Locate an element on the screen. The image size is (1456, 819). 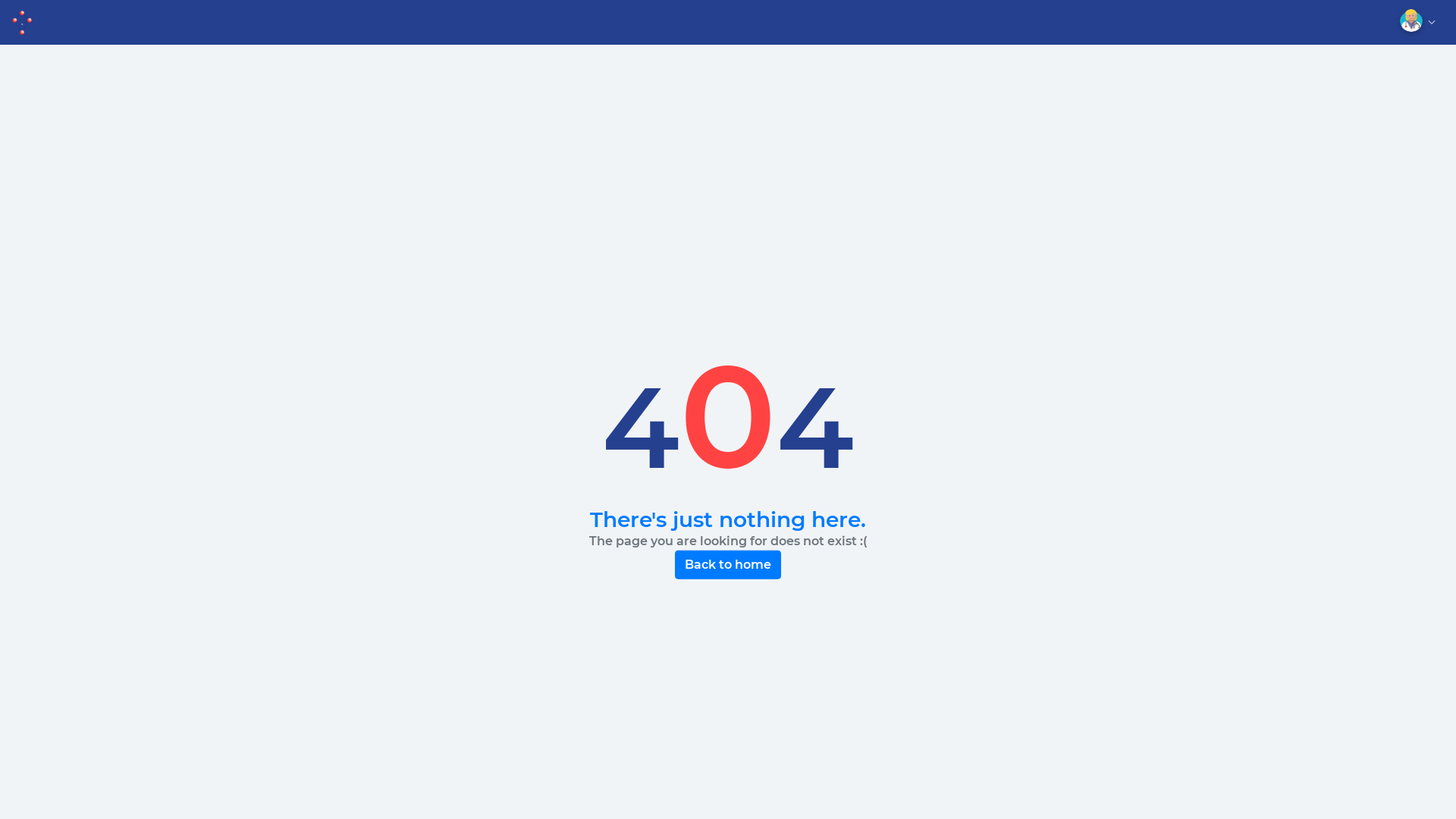
'Back to home' is located at coordinates (728, 564).